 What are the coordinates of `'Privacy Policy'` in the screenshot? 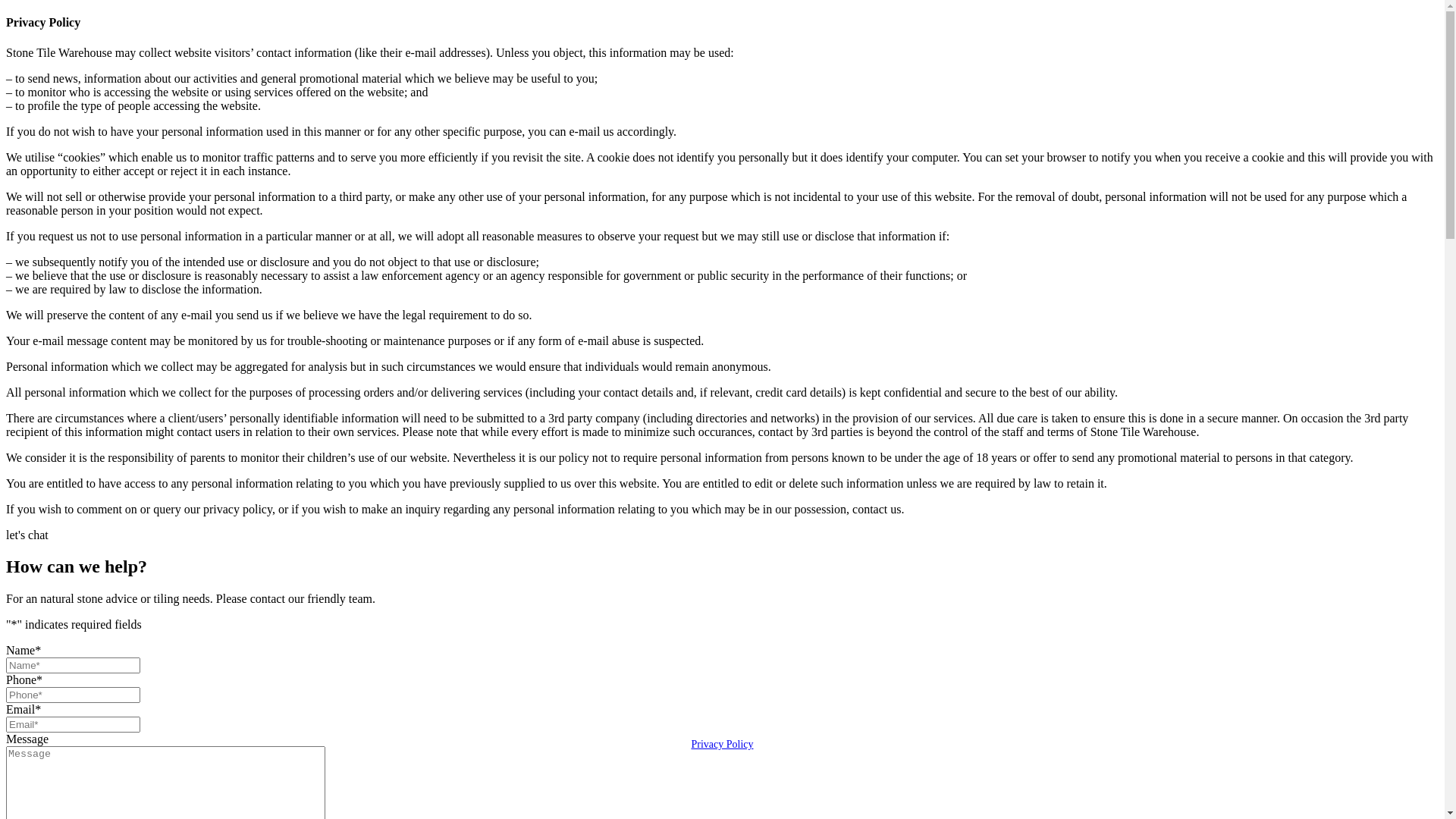 It's located at (720, 743).